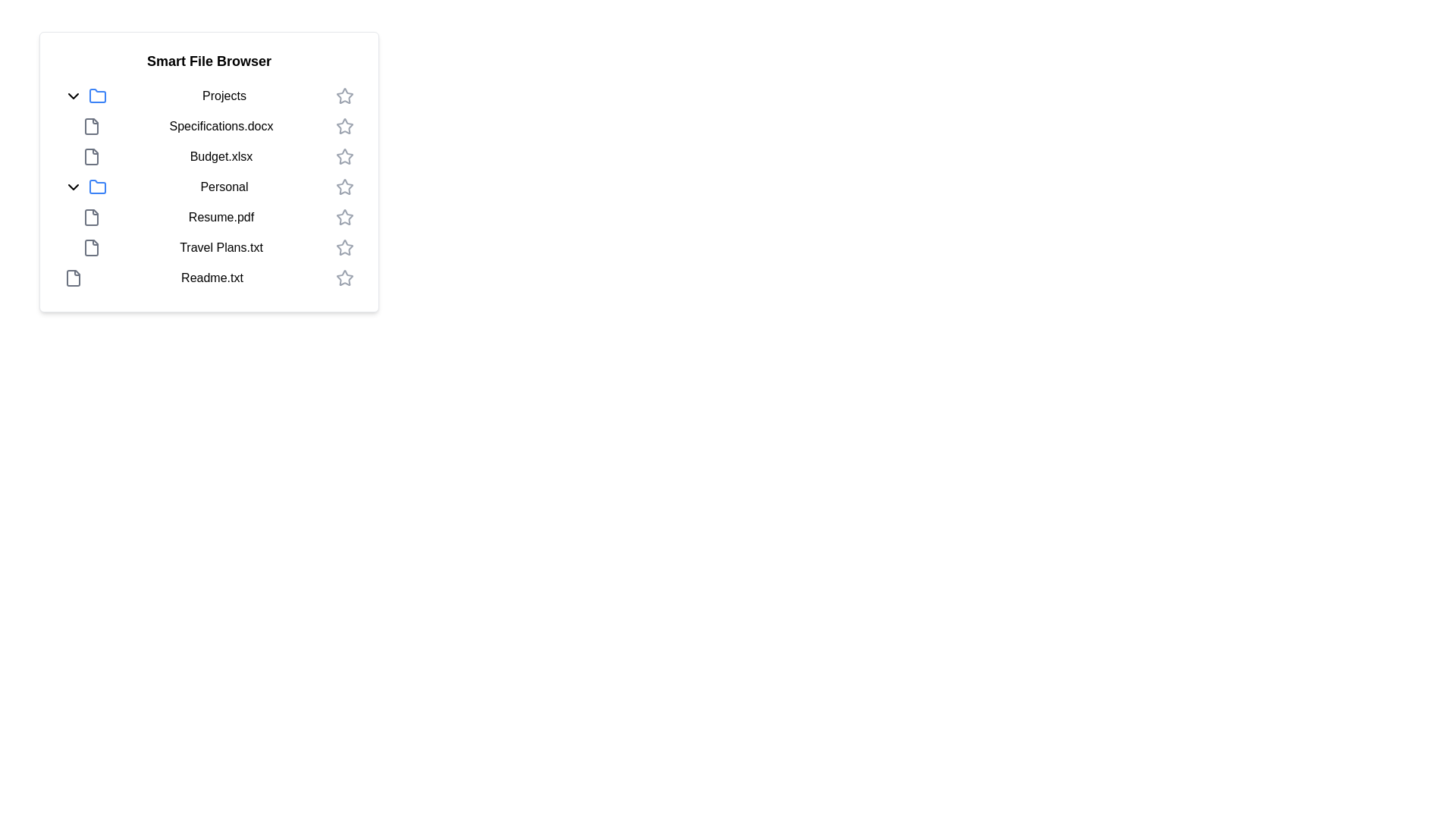 This screenshot has width=1456, height=819. Describe the element at coordinates (224, 96) in the screenshot. I see `the 'Projects' text label in the file browser` at that location.